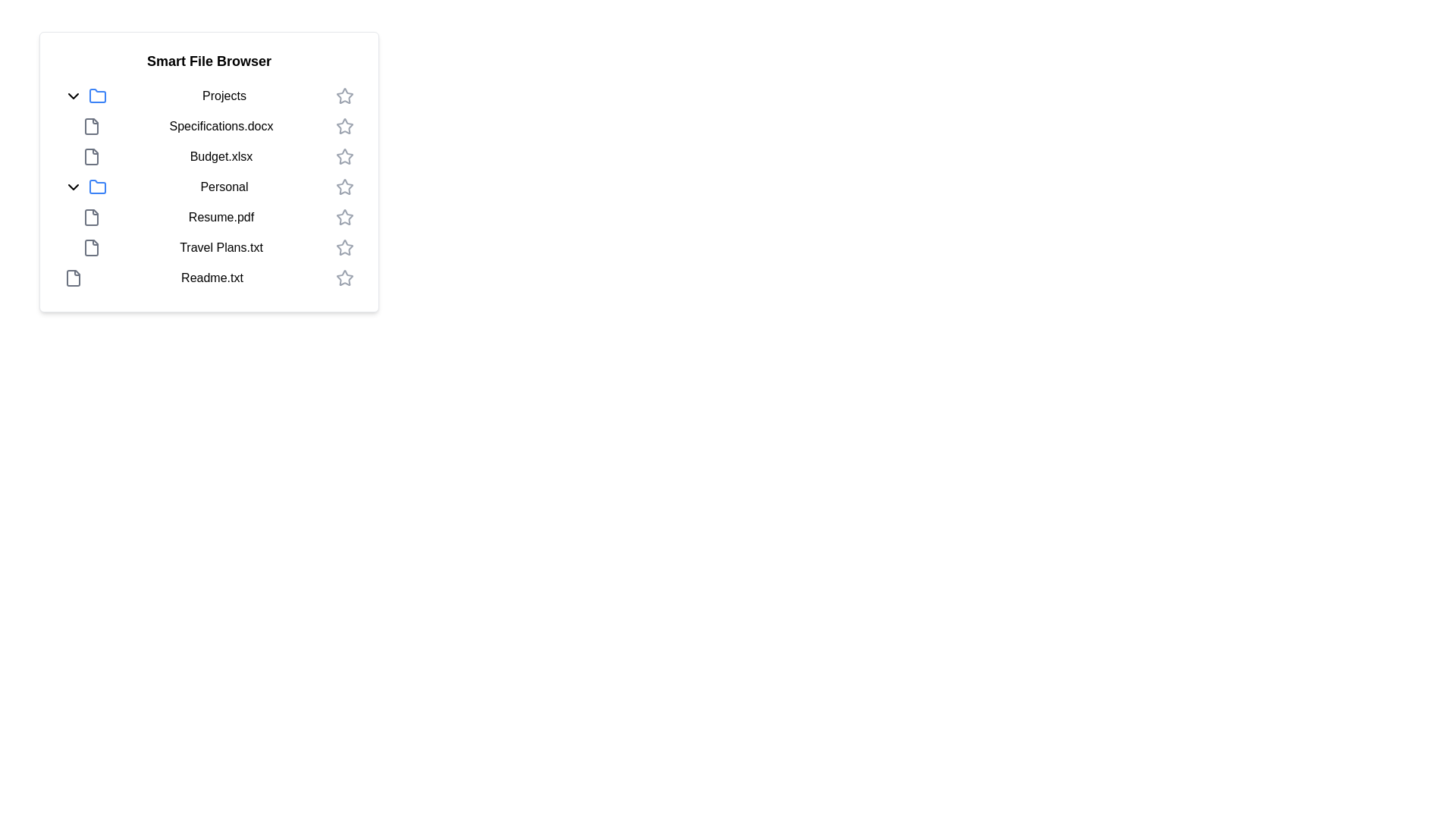 This screenshot has width=1456, height=819. Describe the element at coordinates (224, 96) in the screenshot. I see `the 'Projects' text label in the file browser` at that location.